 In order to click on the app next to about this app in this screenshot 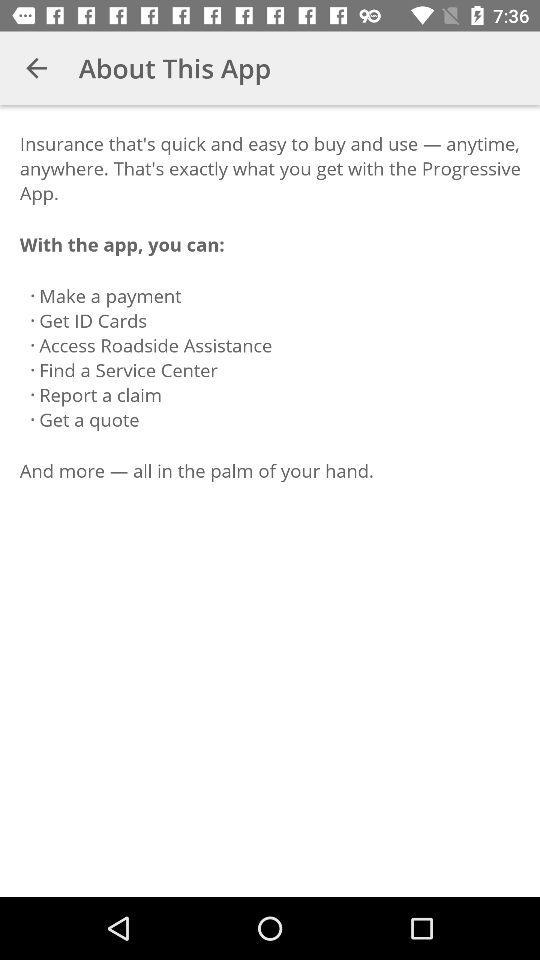, I will do `click(36, 68)`.